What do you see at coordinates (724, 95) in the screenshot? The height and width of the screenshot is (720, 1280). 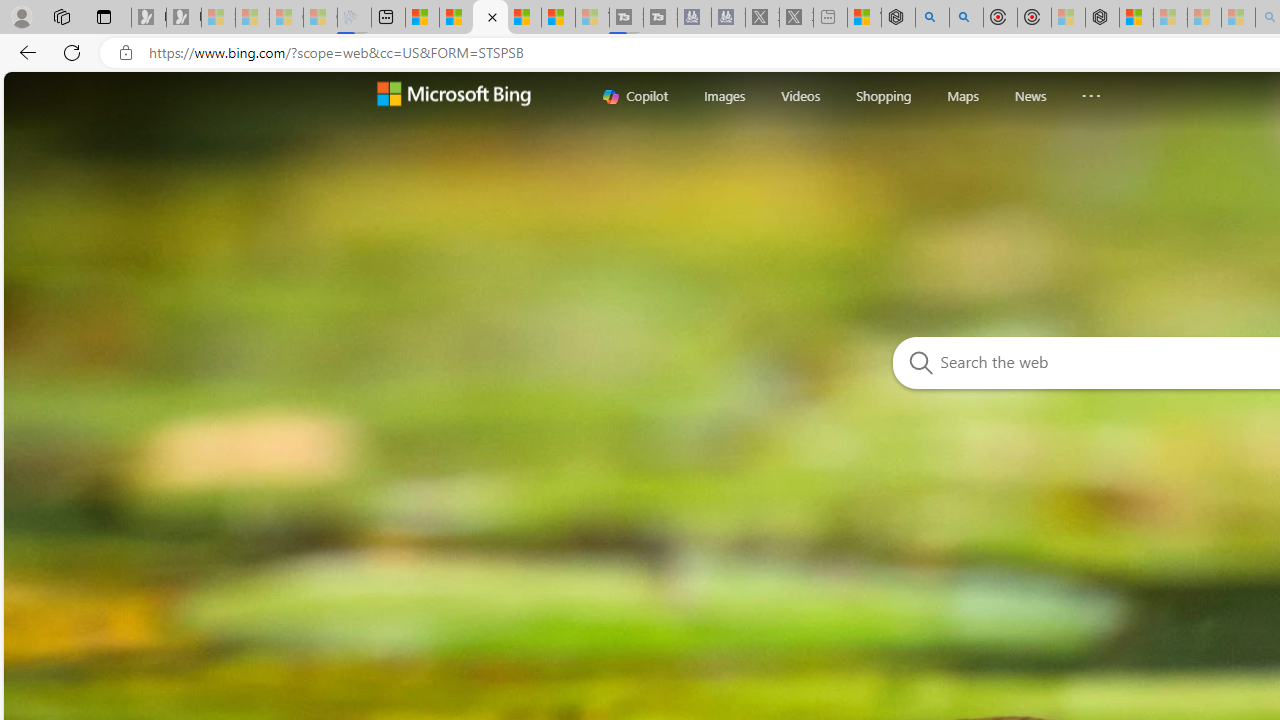 I see `'Images'` at bounding box center [724, 95].